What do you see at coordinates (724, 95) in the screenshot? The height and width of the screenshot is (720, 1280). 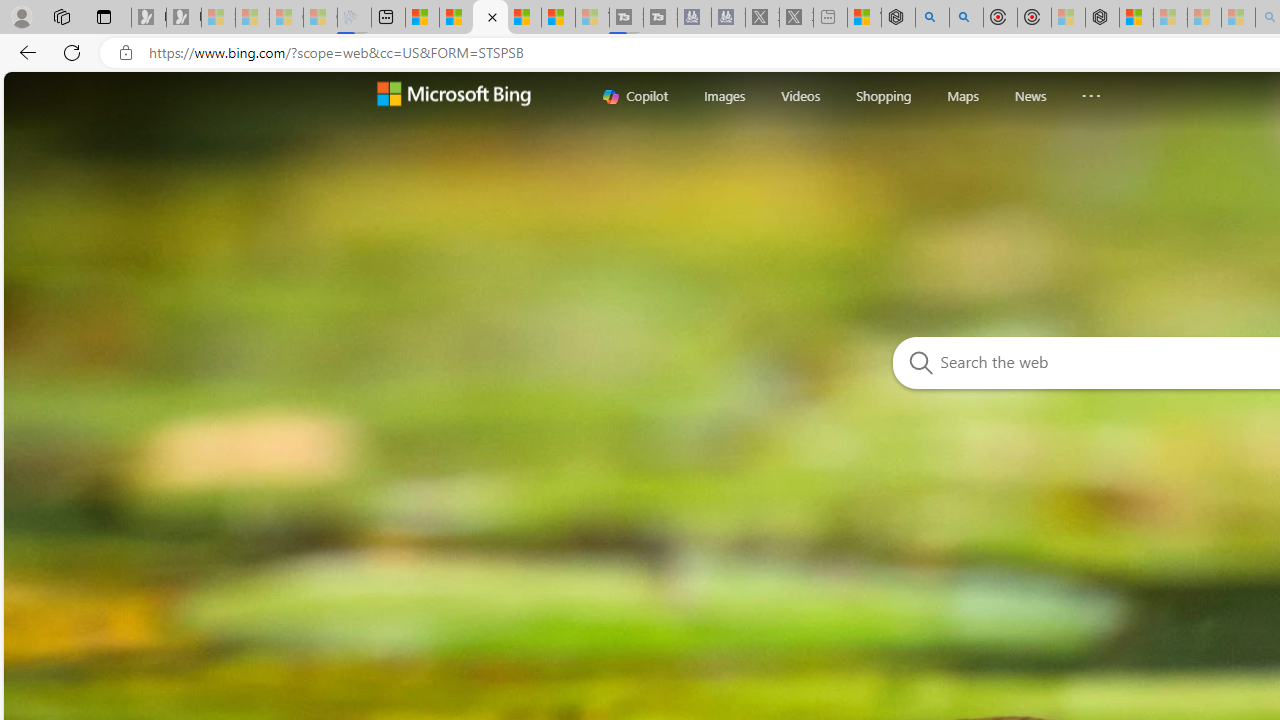 I see `'Images'` at bounding box center [724, 95].